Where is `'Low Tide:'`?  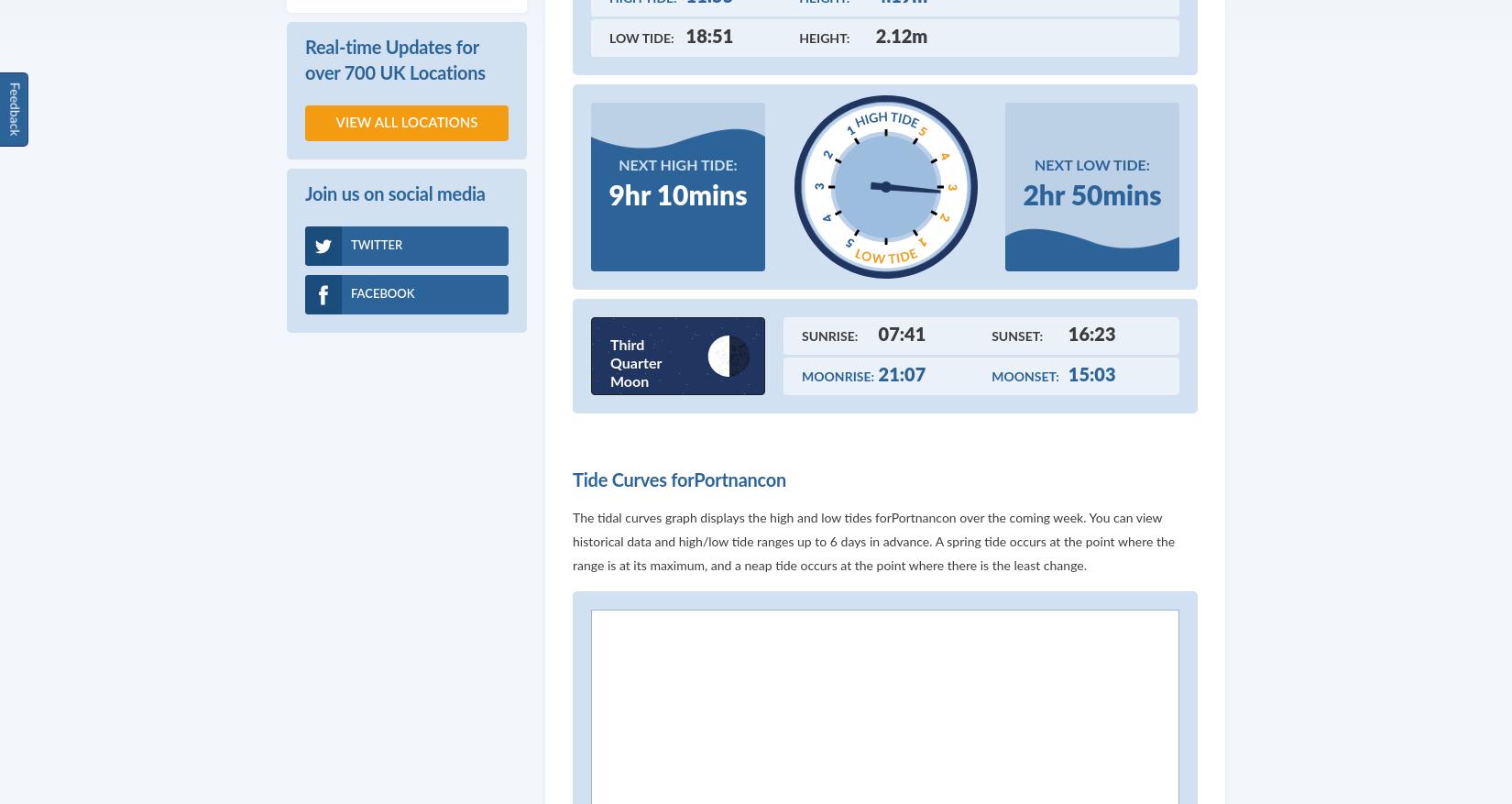
'Low Tide:' is located at coordinates (640, 38).